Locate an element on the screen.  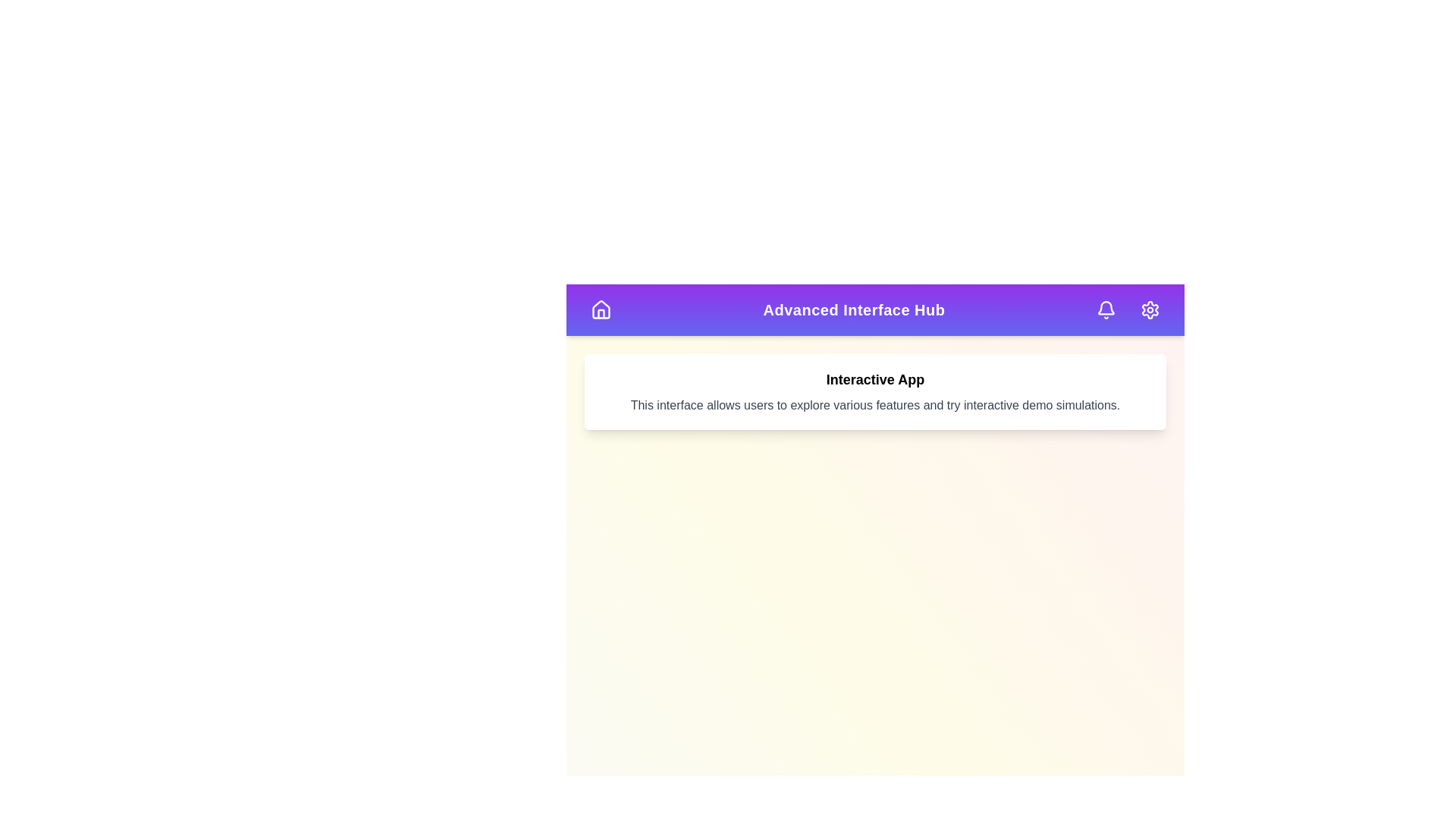
the home button to navigate to the homepage is located at coordinates (600, 309).